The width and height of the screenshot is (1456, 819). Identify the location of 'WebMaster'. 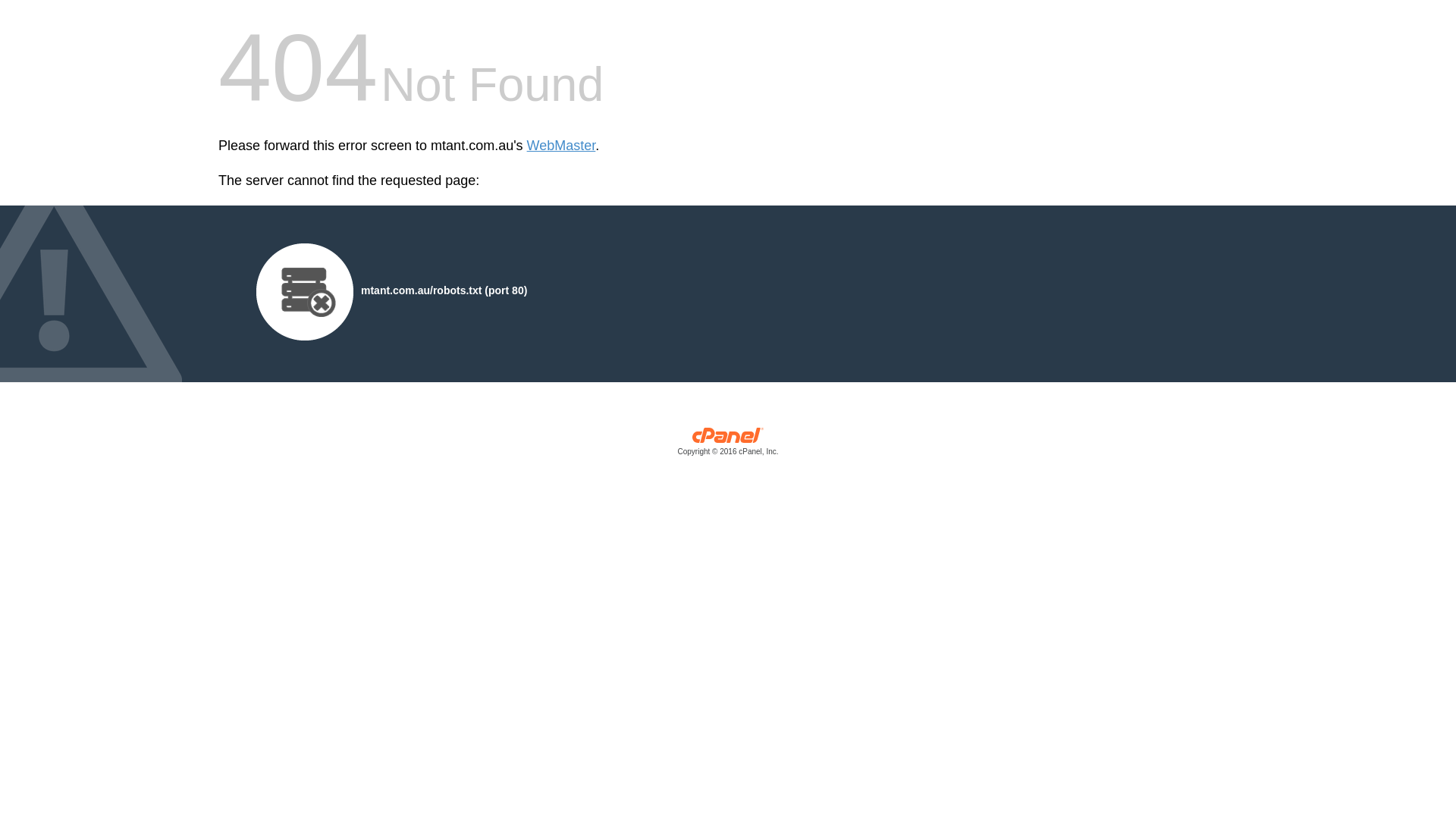
(560, 146).